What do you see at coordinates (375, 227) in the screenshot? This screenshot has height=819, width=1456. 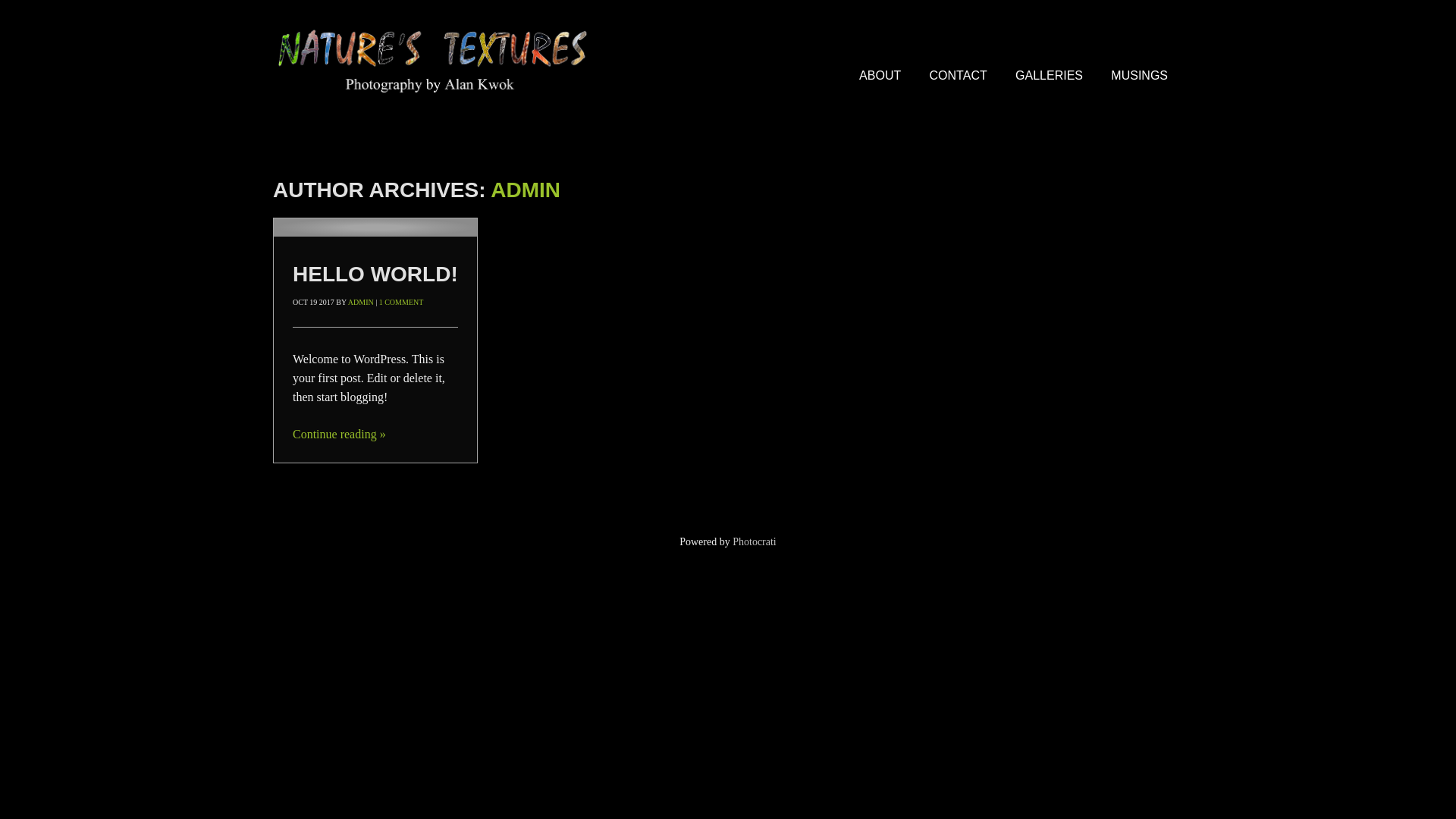 I see `' '` at bounding box center [375, 227].